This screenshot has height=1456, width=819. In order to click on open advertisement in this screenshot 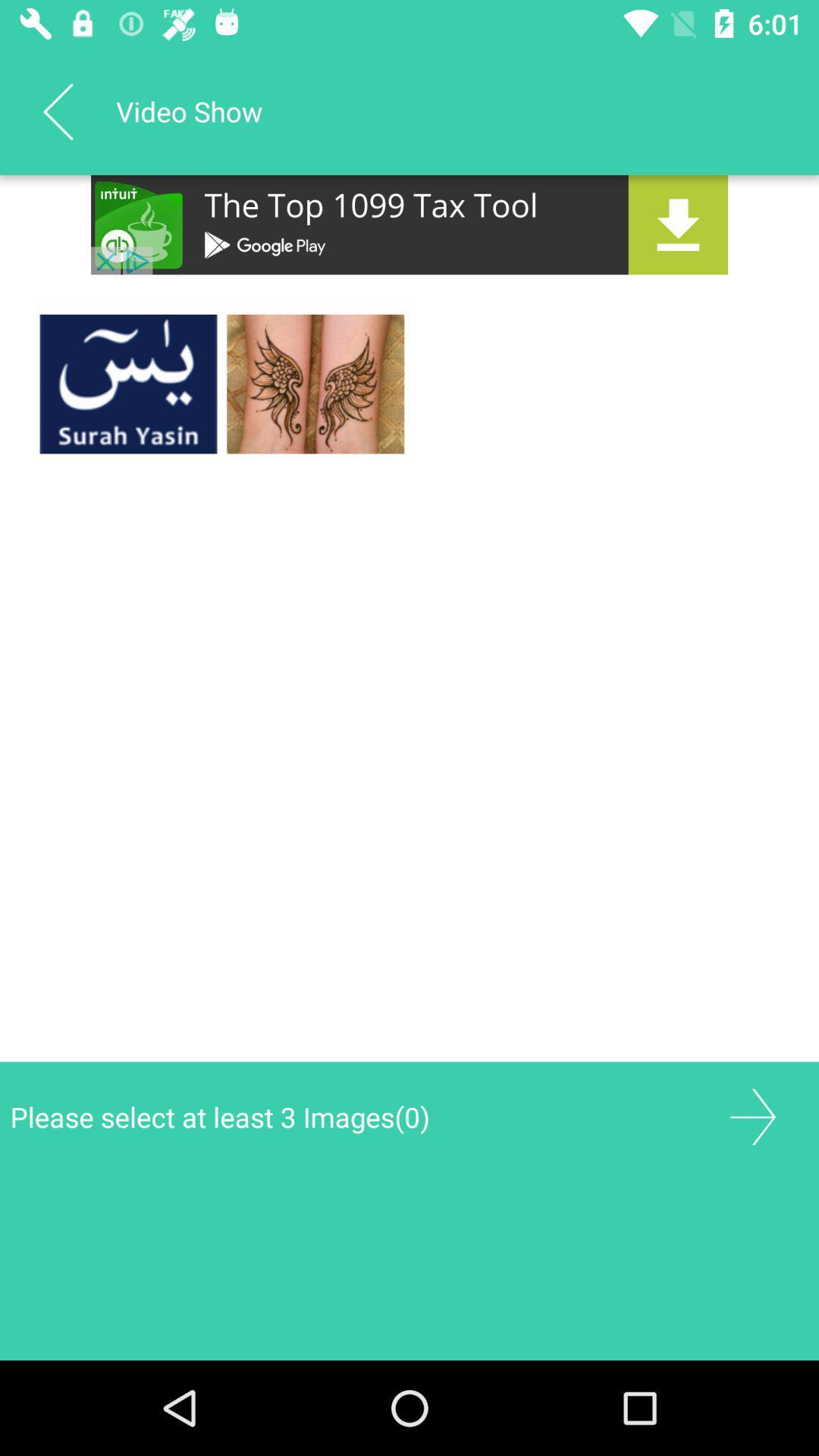, I will do `click(409, 224)`.